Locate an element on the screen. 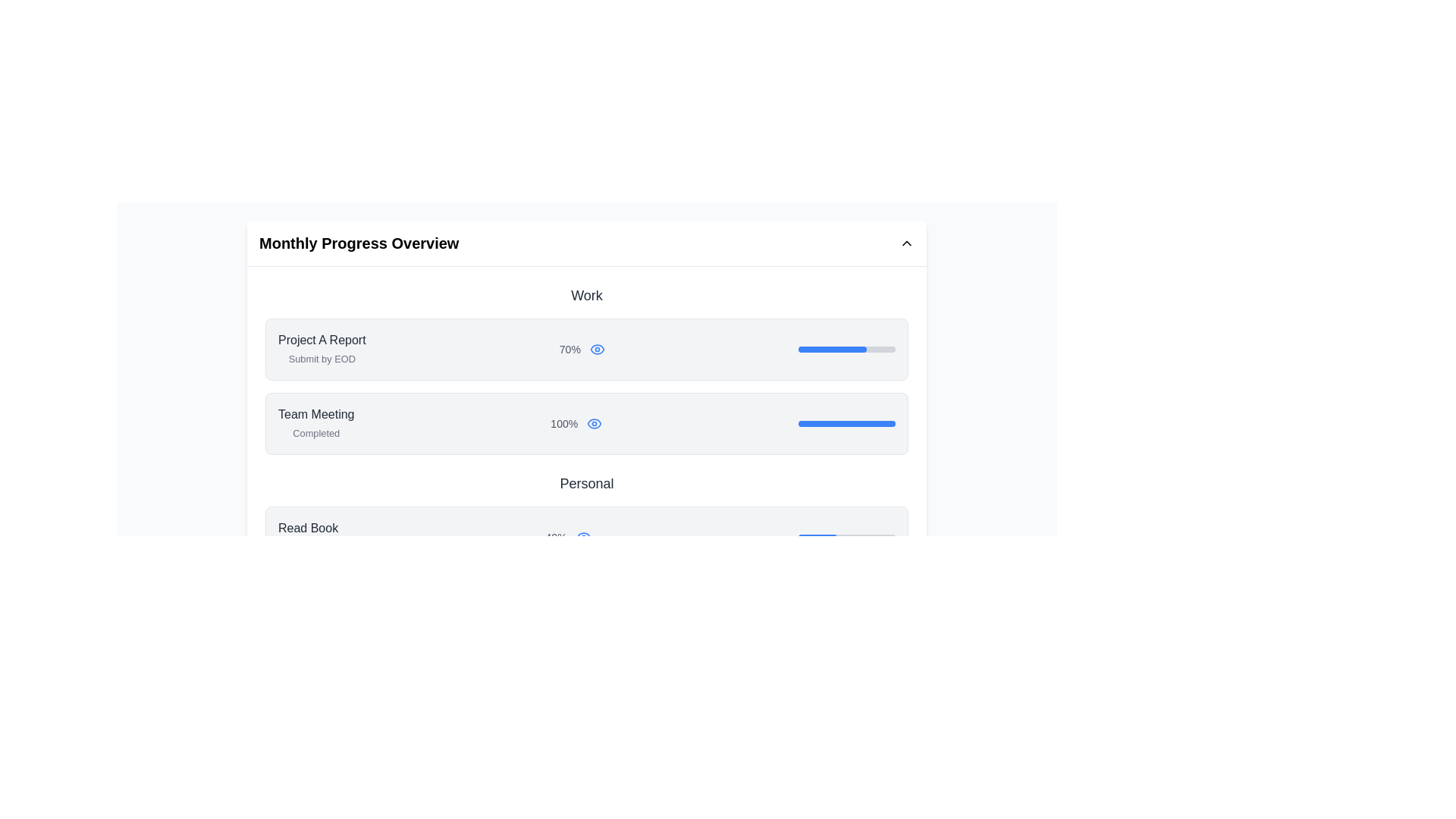 This screenshot has width=1456, height=819. the 'Completed' status indicator text label located in the lower part of the 'Team Meeting' section within the 'Work' category of the 'Monthly Progress Overview' is located at coordinates (315, 433).